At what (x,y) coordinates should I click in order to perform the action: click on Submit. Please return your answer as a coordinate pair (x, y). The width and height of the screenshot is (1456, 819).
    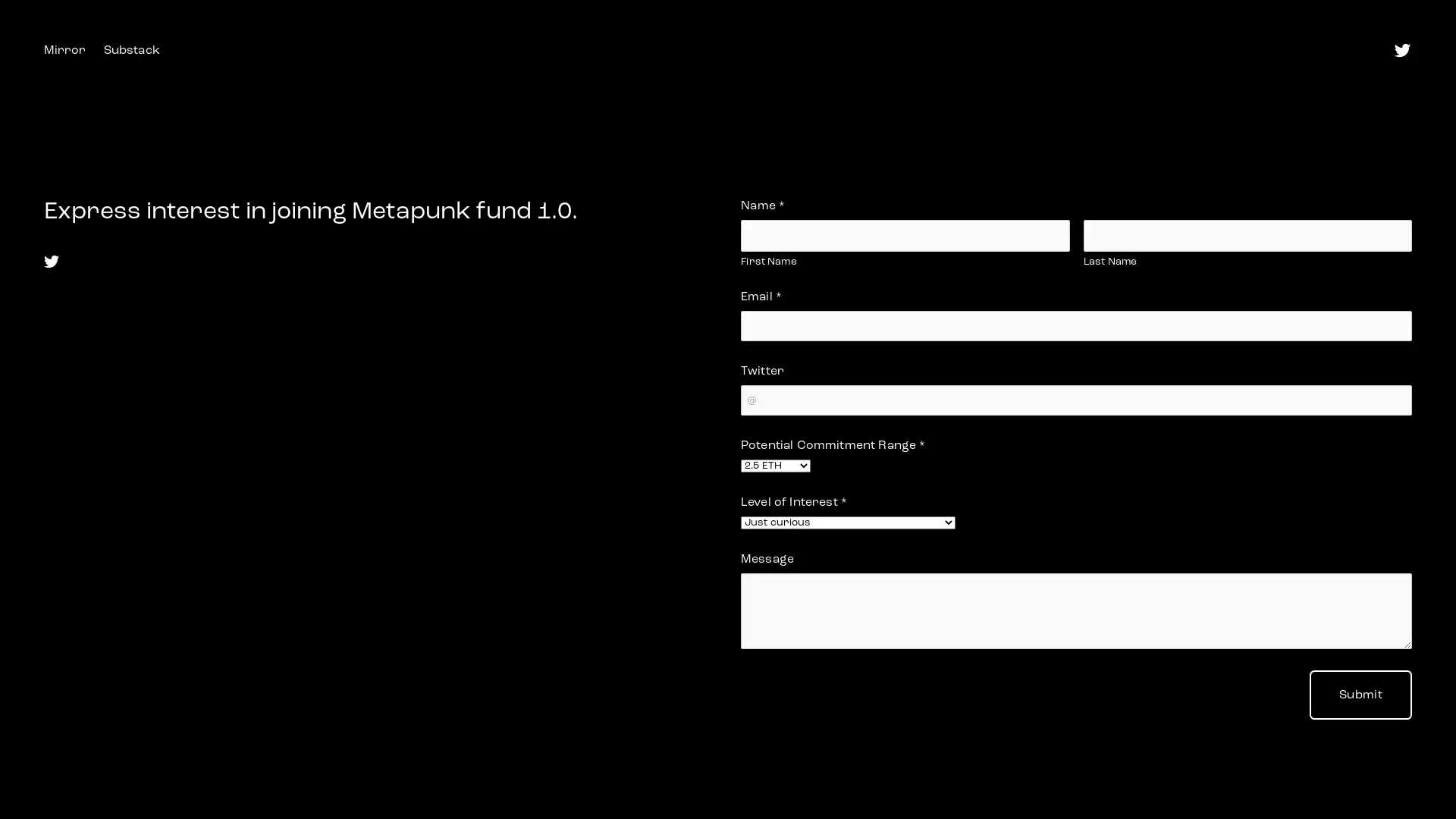
    Looking at the image, I should click on (1360, 695).